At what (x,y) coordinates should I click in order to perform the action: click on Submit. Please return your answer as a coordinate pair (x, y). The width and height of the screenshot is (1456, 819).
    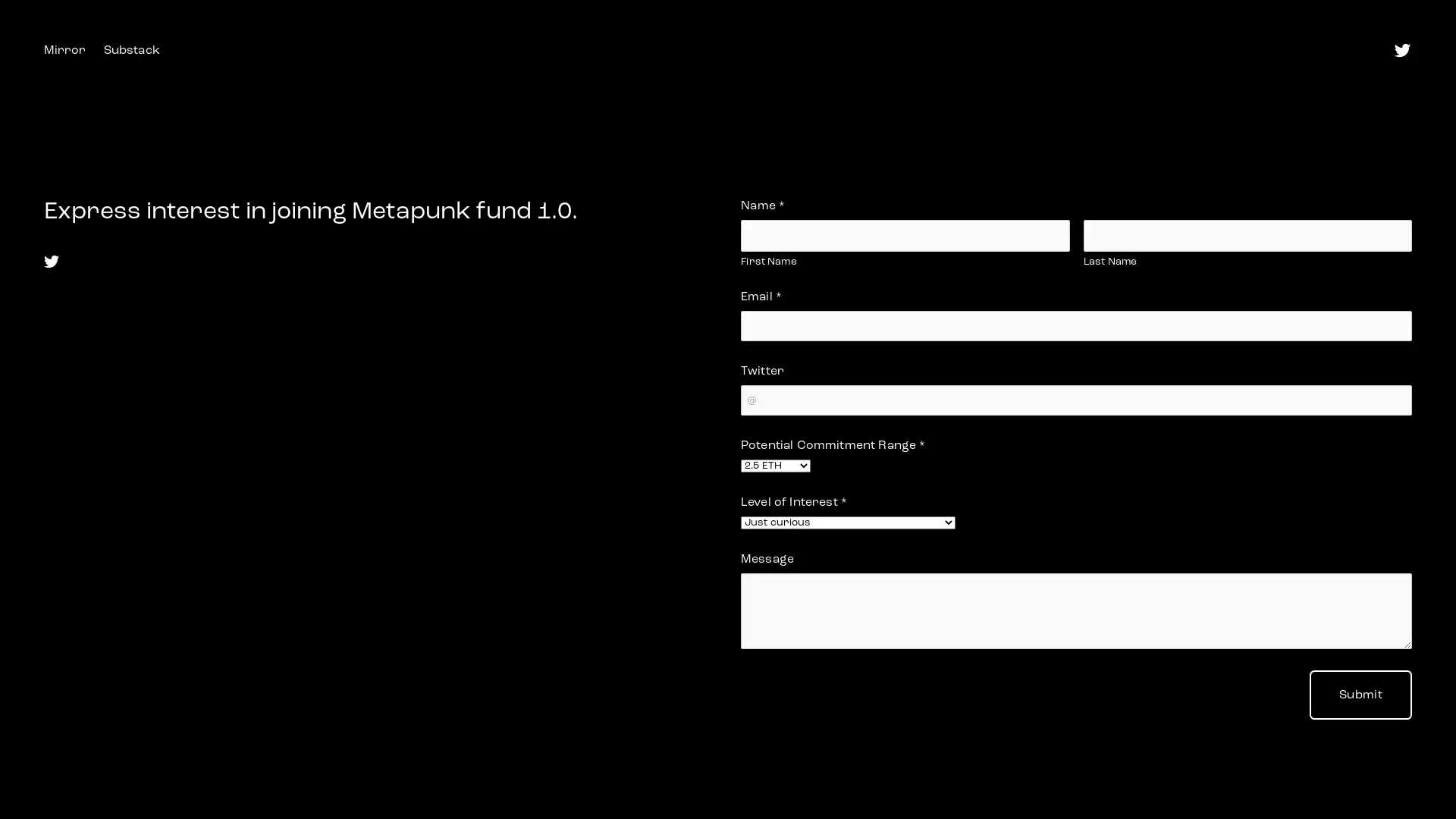
    Looking at the image, I should click on (1360, 695).